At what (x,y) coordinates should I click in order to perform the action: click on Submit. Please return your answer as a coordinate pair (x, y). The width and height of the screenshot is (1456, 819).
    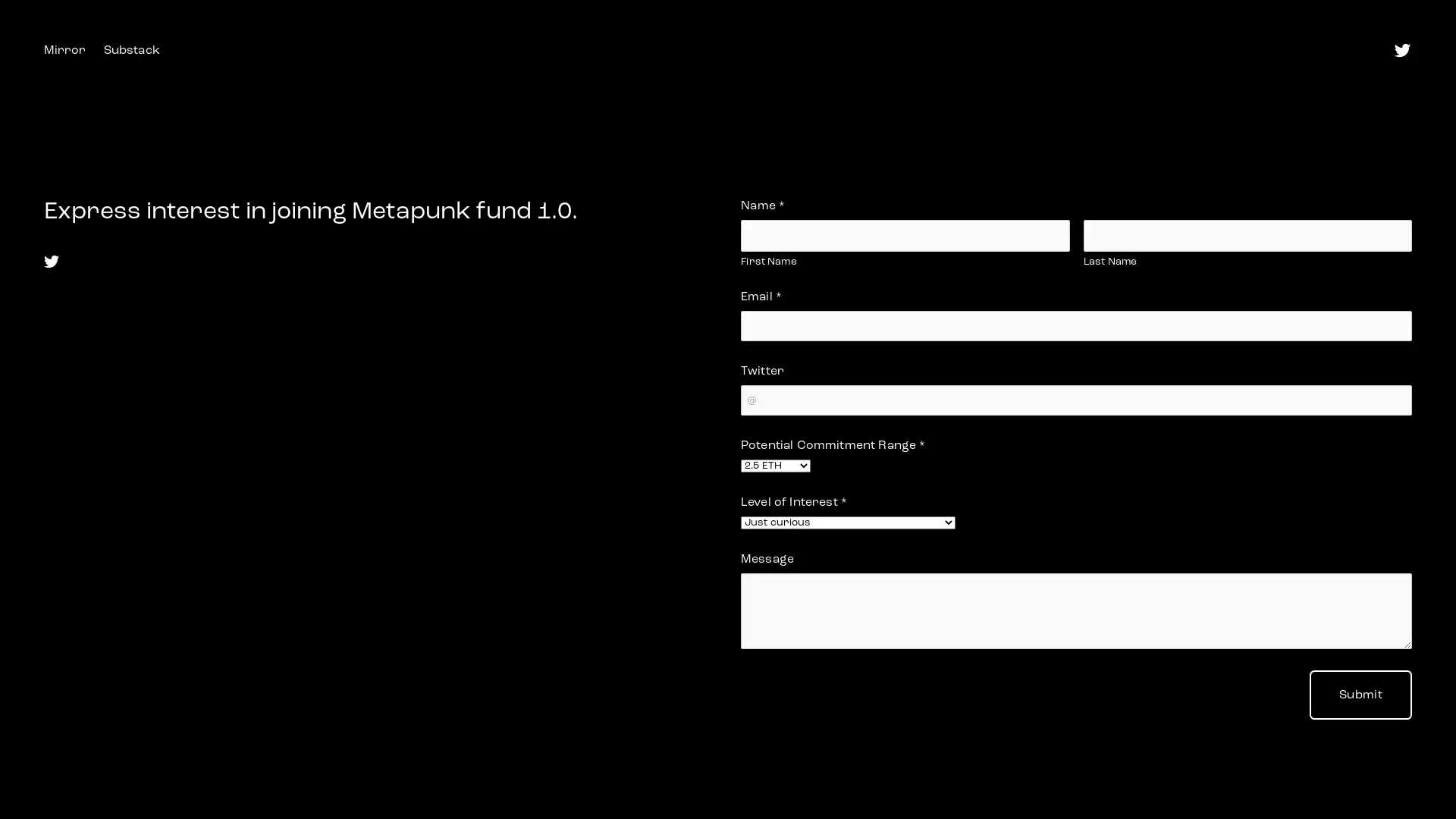
    Looking at the image, I should click on (1360, 695).